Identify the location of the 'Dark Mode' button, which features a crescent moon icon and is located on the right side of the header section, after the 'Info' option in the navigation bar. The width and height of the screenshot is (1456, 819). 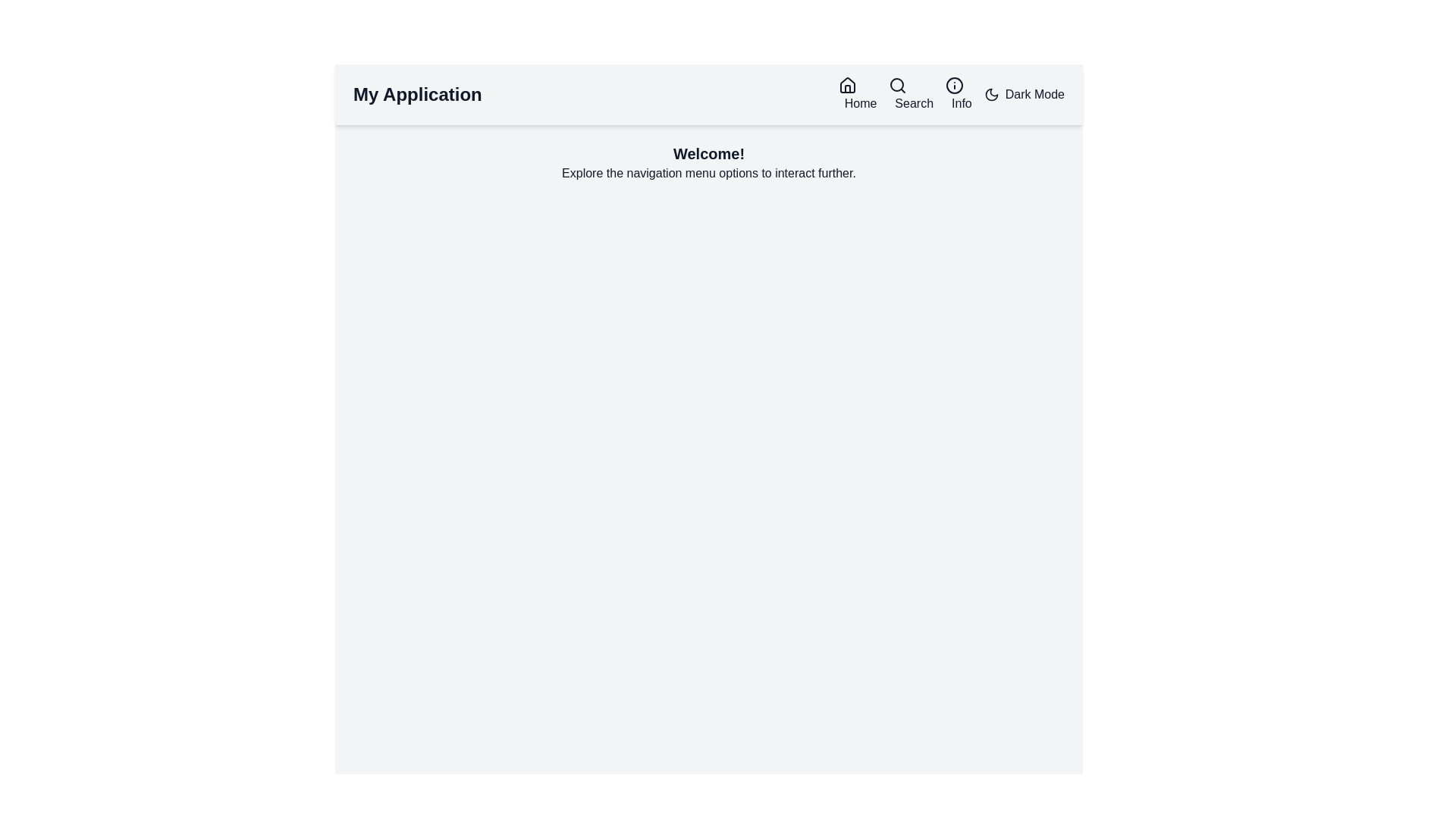
(1024, 94).